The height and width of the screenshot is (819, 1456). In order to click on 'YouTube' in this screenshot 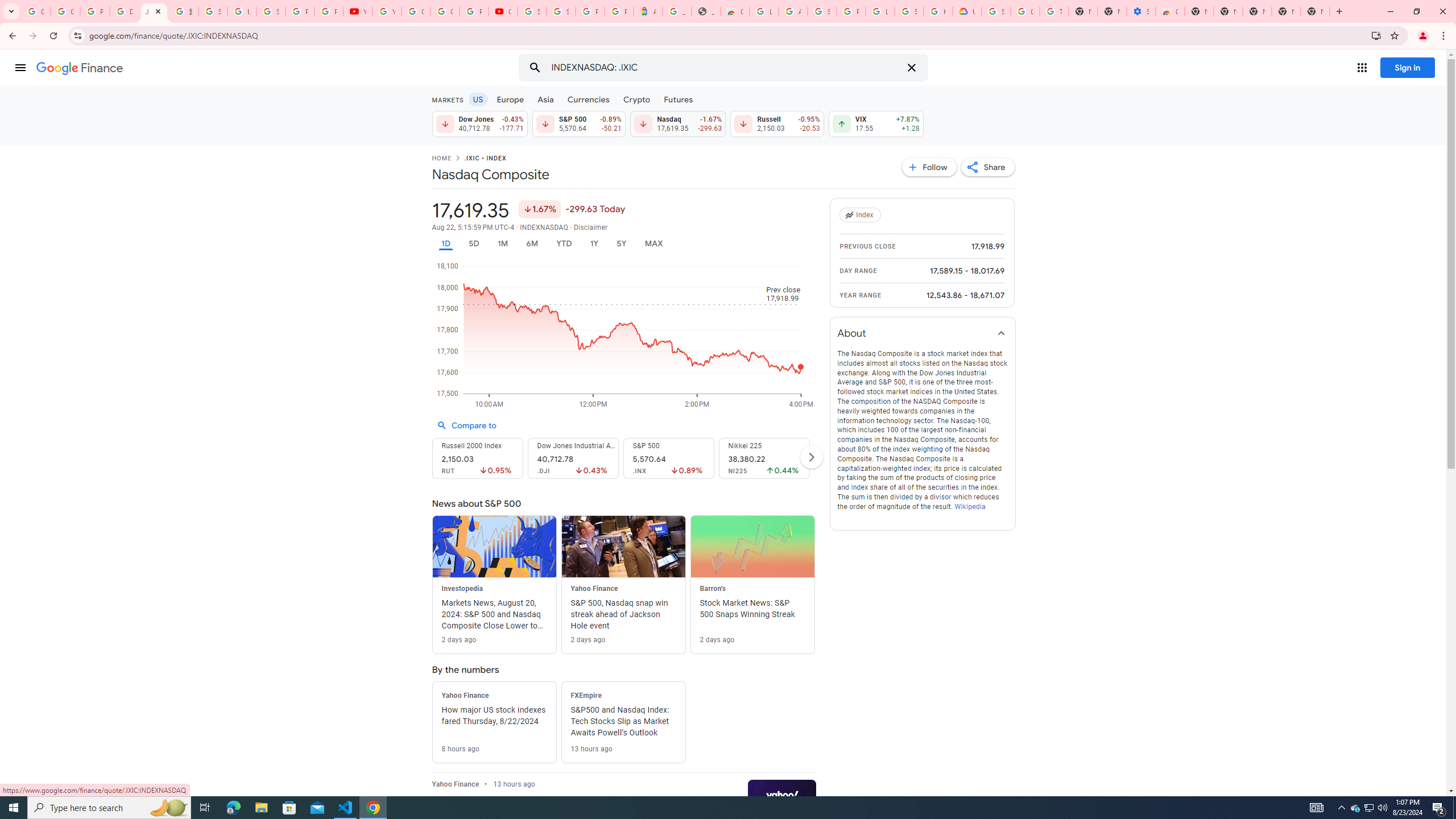, I will do `click(357, 11)`.